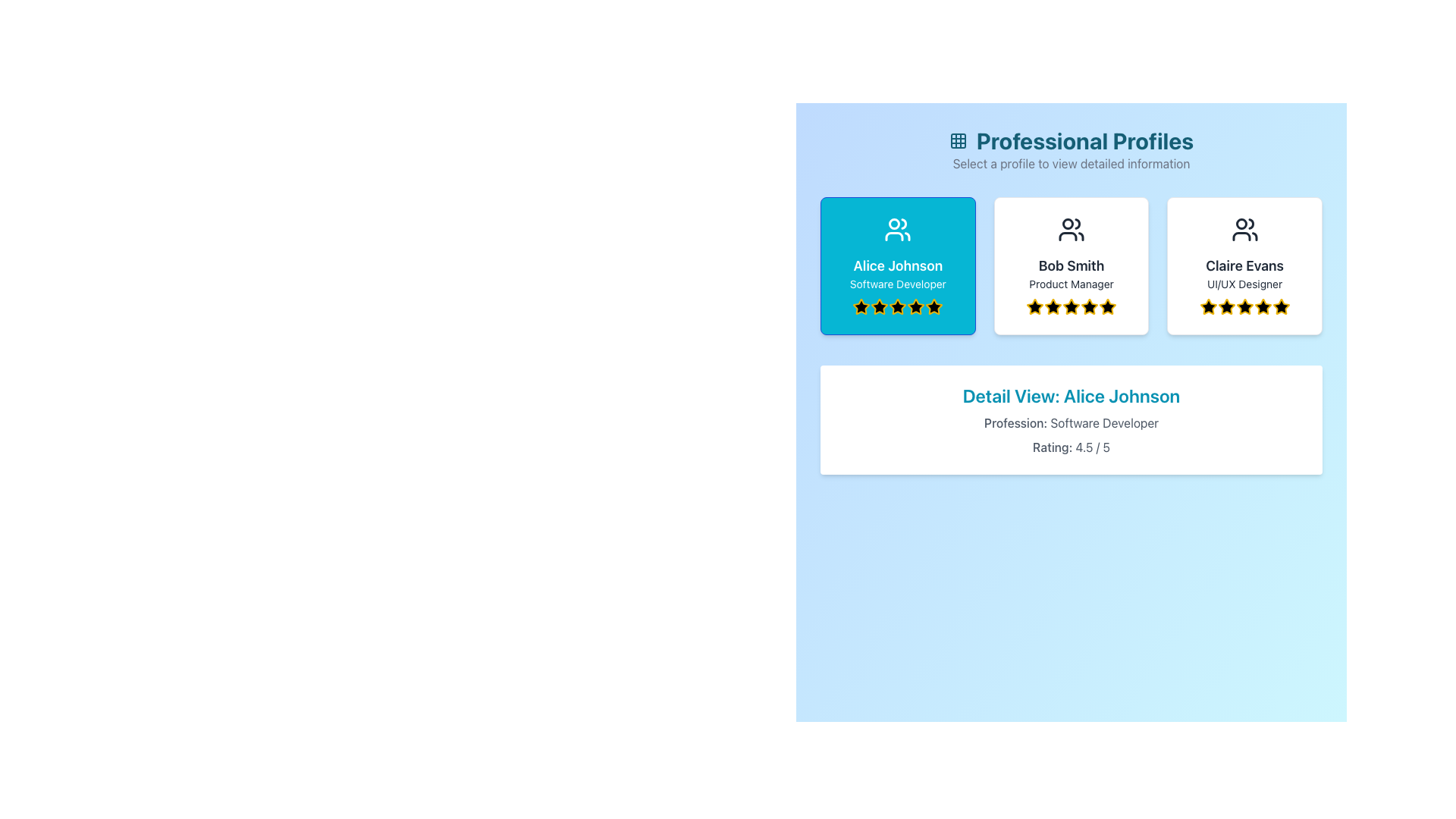  Describe the element at coordinates (1207, 307) in the screenshot. I see `the first star in the 5-star rating system for the 'Claire Evans' profile located below the profile card` at that location.